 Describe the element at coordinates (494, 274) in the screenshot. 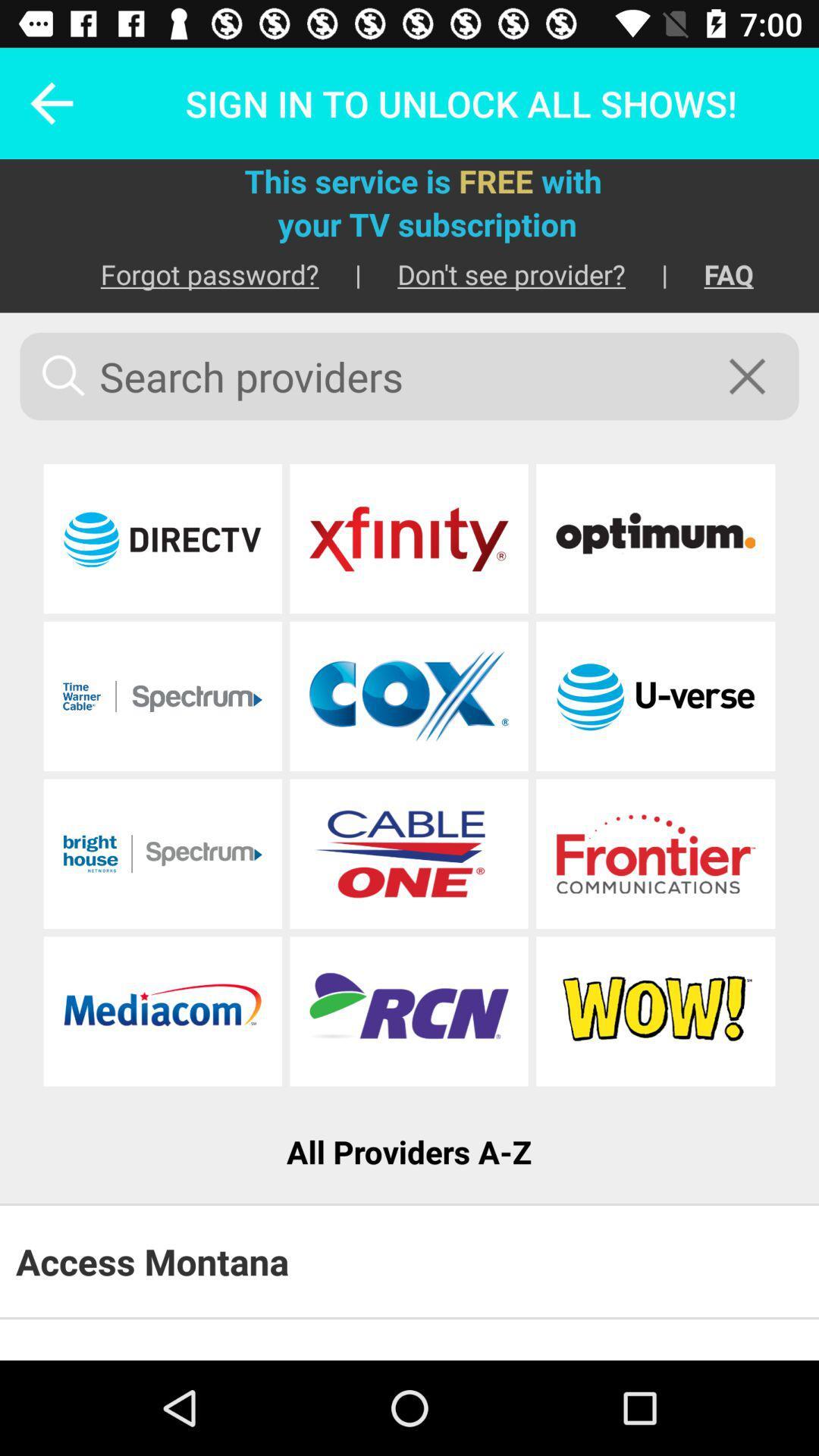

I see `icon next to the | item` at that location.